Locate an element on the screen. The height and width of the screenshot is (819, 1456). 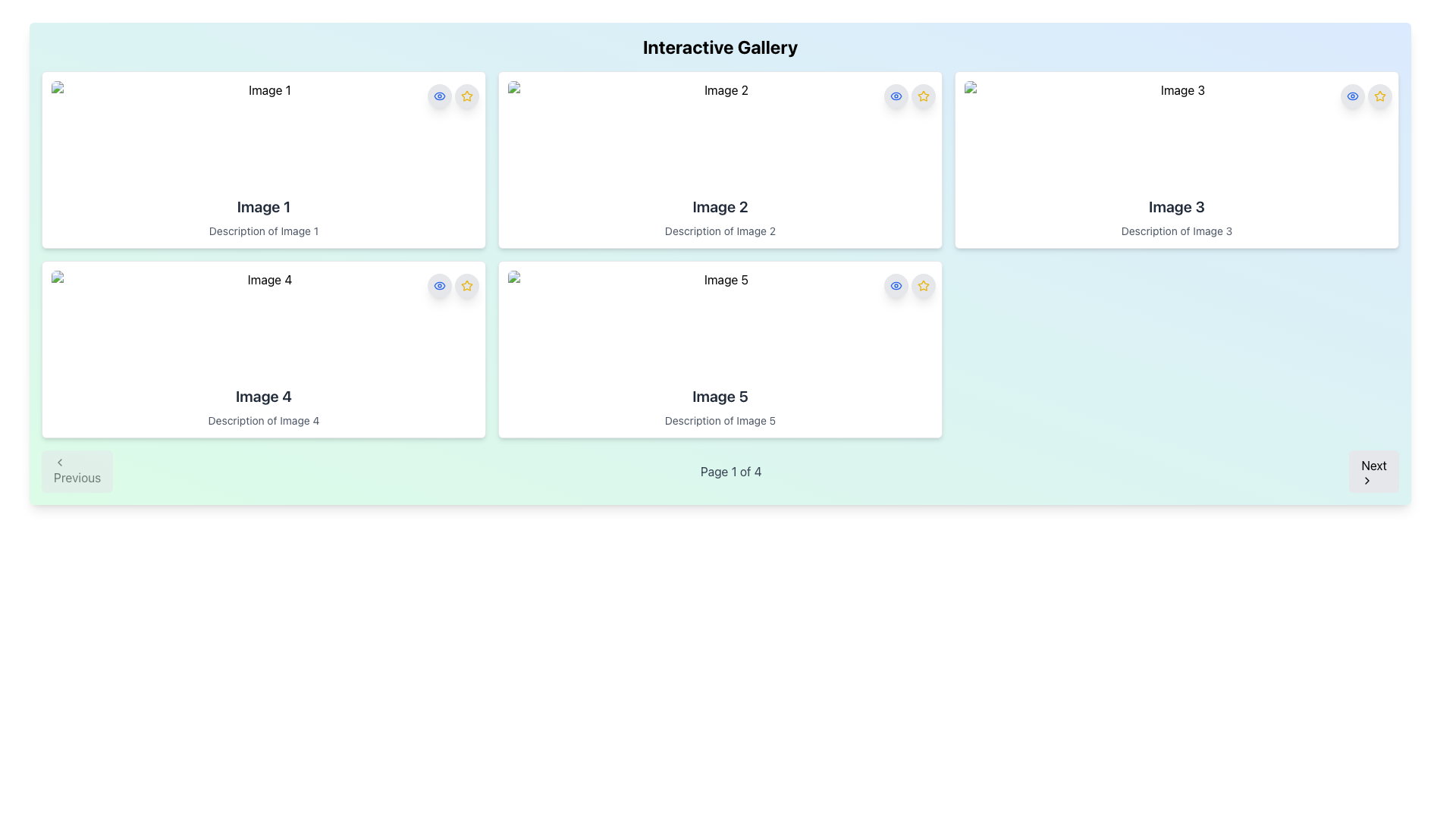
the Text Label located directly below the bold title text 'Image 1' in the top-left card of a 2x3 grid layout is located at coordinates (263, 231).